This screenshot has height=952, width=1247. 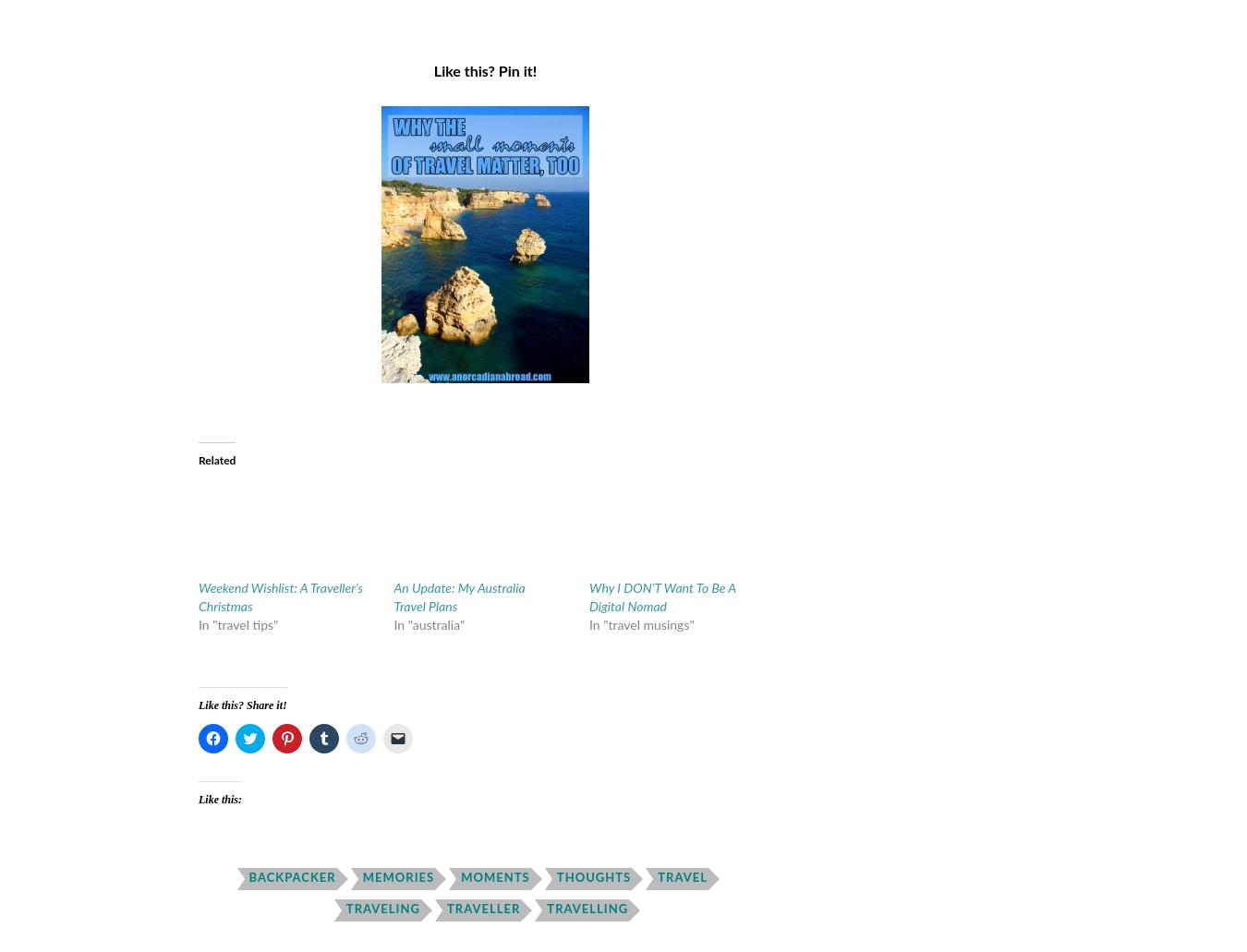 What do you see at coordinates (493, 876) in the screenshot?
I see `'moments'` at bounding box center [493, 876].